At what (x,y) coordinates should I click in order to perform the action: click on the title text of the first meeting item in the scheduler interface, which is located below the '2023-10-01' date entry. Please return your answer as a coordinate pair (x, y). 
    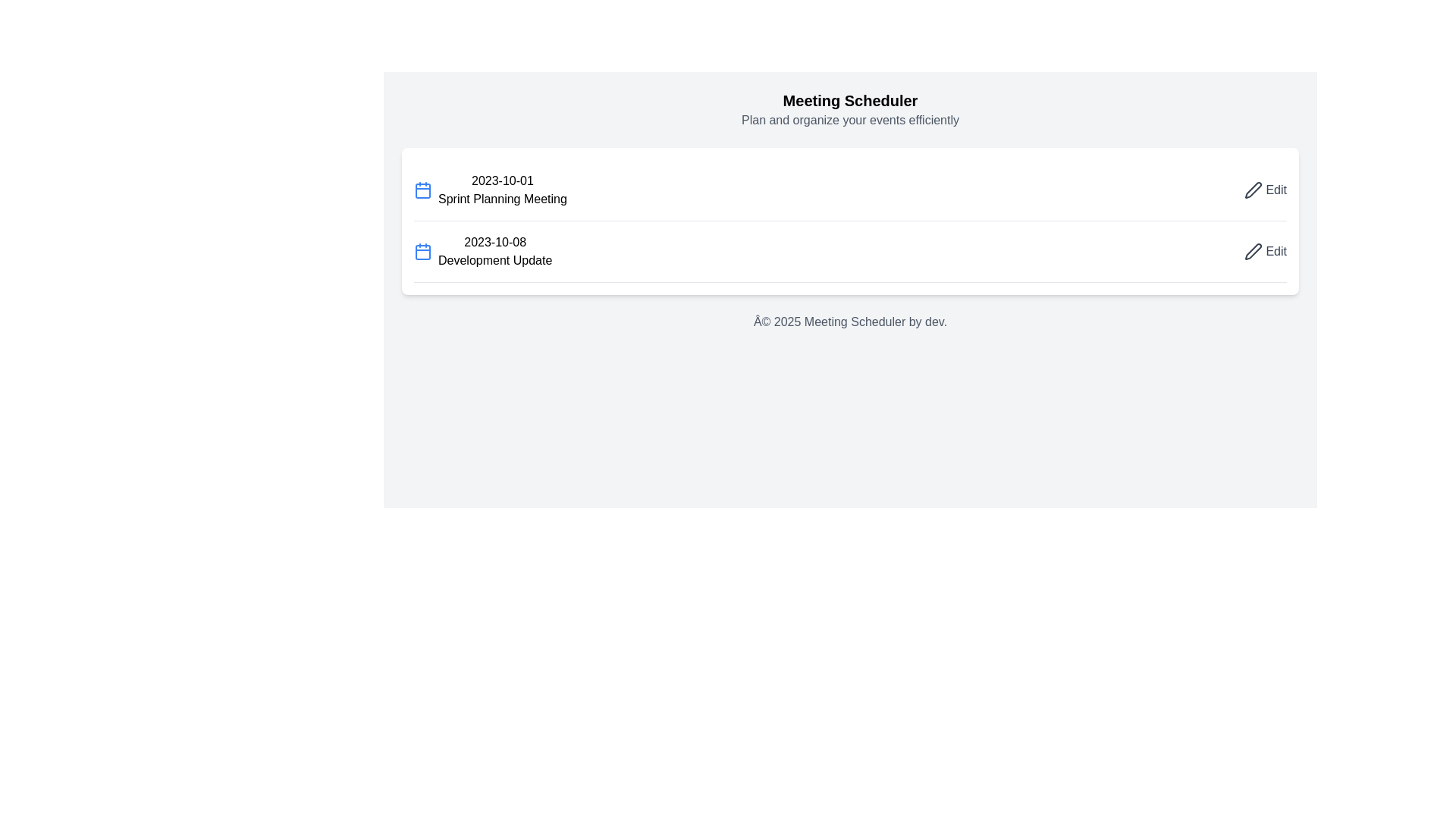
    Looking at the image, I should click on (502, 198).